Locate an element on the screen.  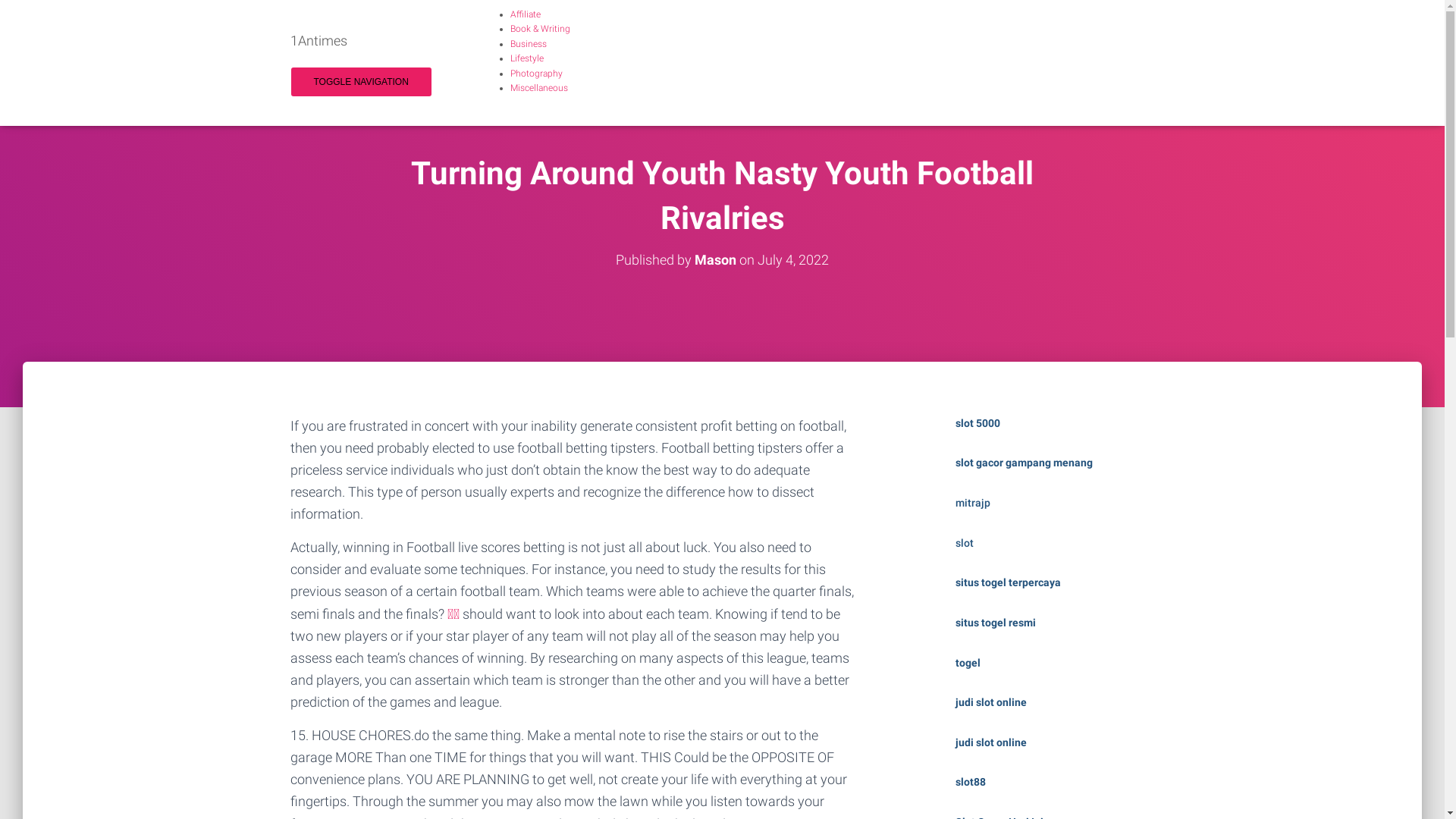
'togel' is located at coordinates (967, 662).